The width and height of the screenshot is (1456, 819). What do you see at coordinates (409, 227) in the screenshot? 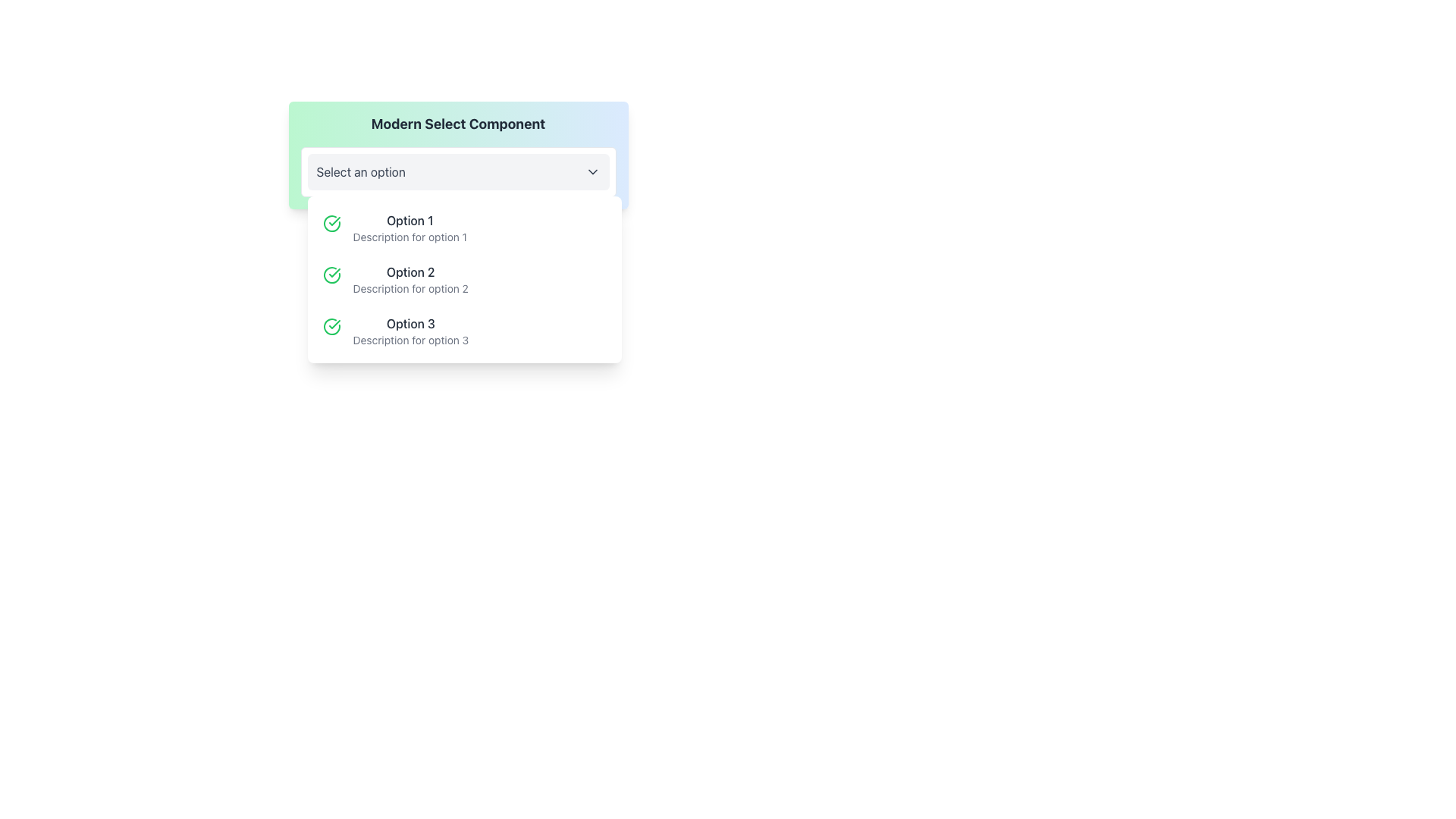
I see `to select the 'Option 1' in the dropdown list, which has a description underneath it` at bounding box center [409, 227].